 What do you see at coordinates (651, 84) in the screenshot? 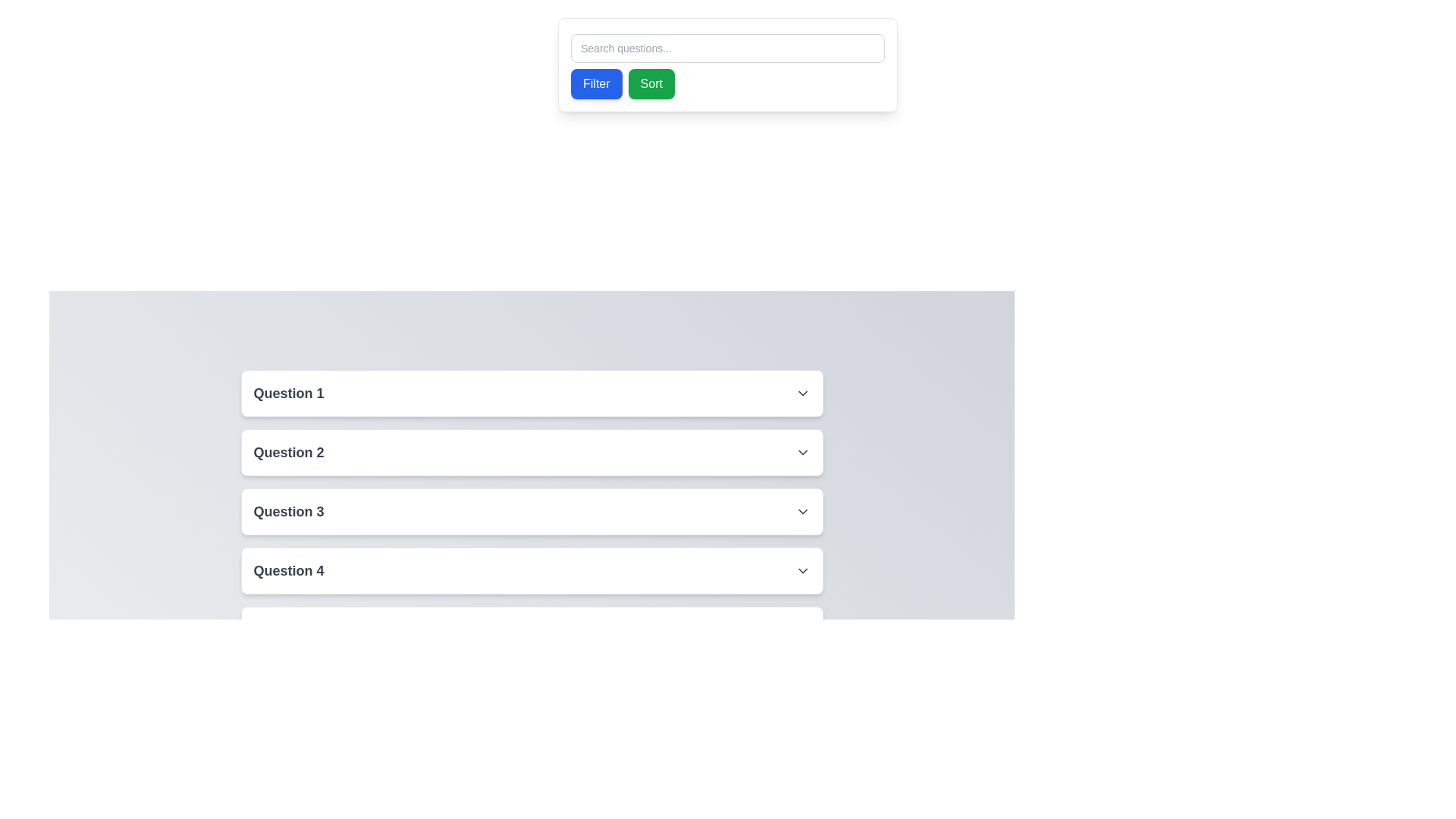
I see `the second button in the horizontal pair located immediately to the right of the blue 'Filter' button` at bounding box center [651, 84].